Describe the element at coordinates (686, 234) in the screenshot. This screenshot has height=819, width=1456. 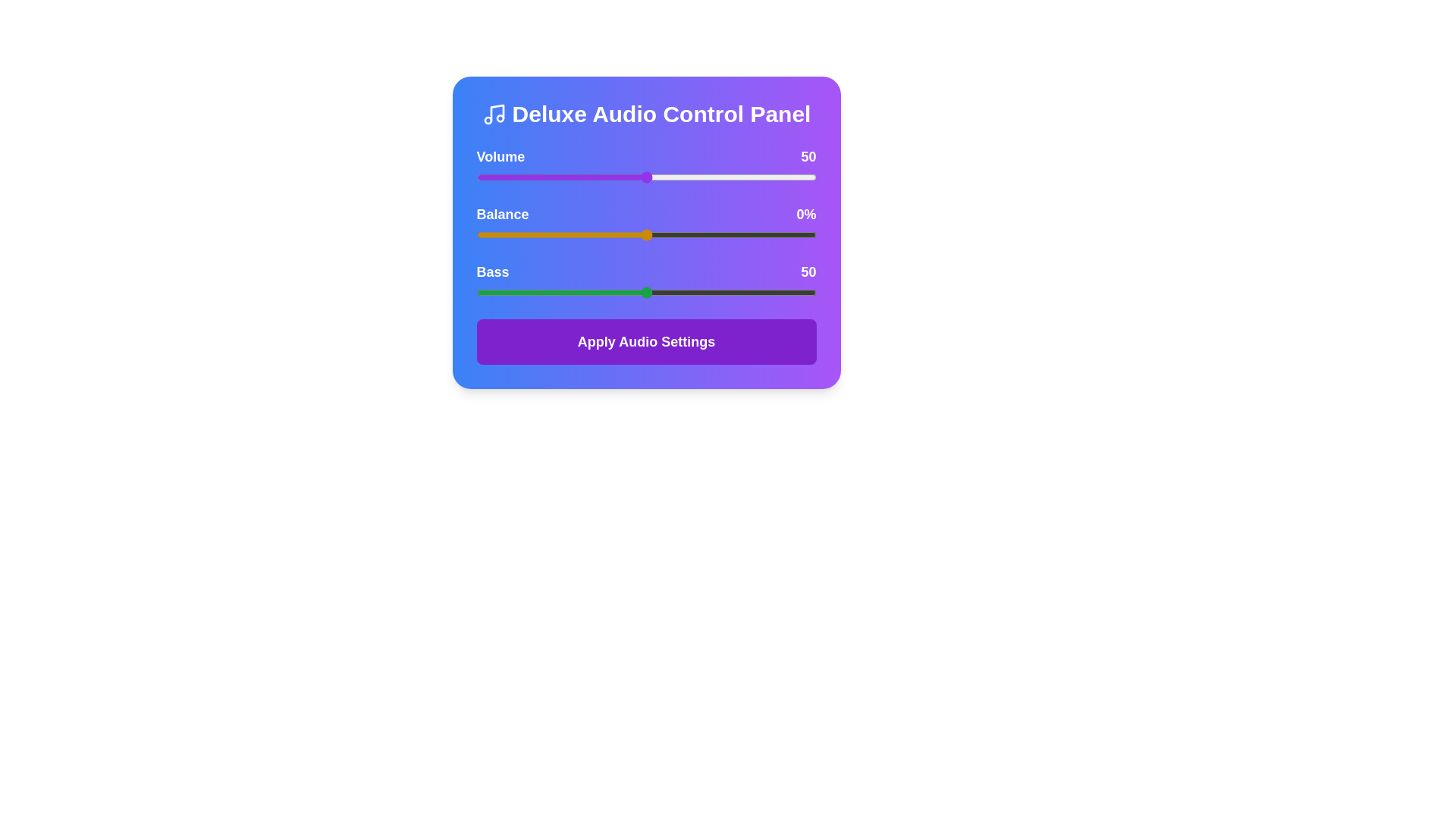
I see `balance` at that location.